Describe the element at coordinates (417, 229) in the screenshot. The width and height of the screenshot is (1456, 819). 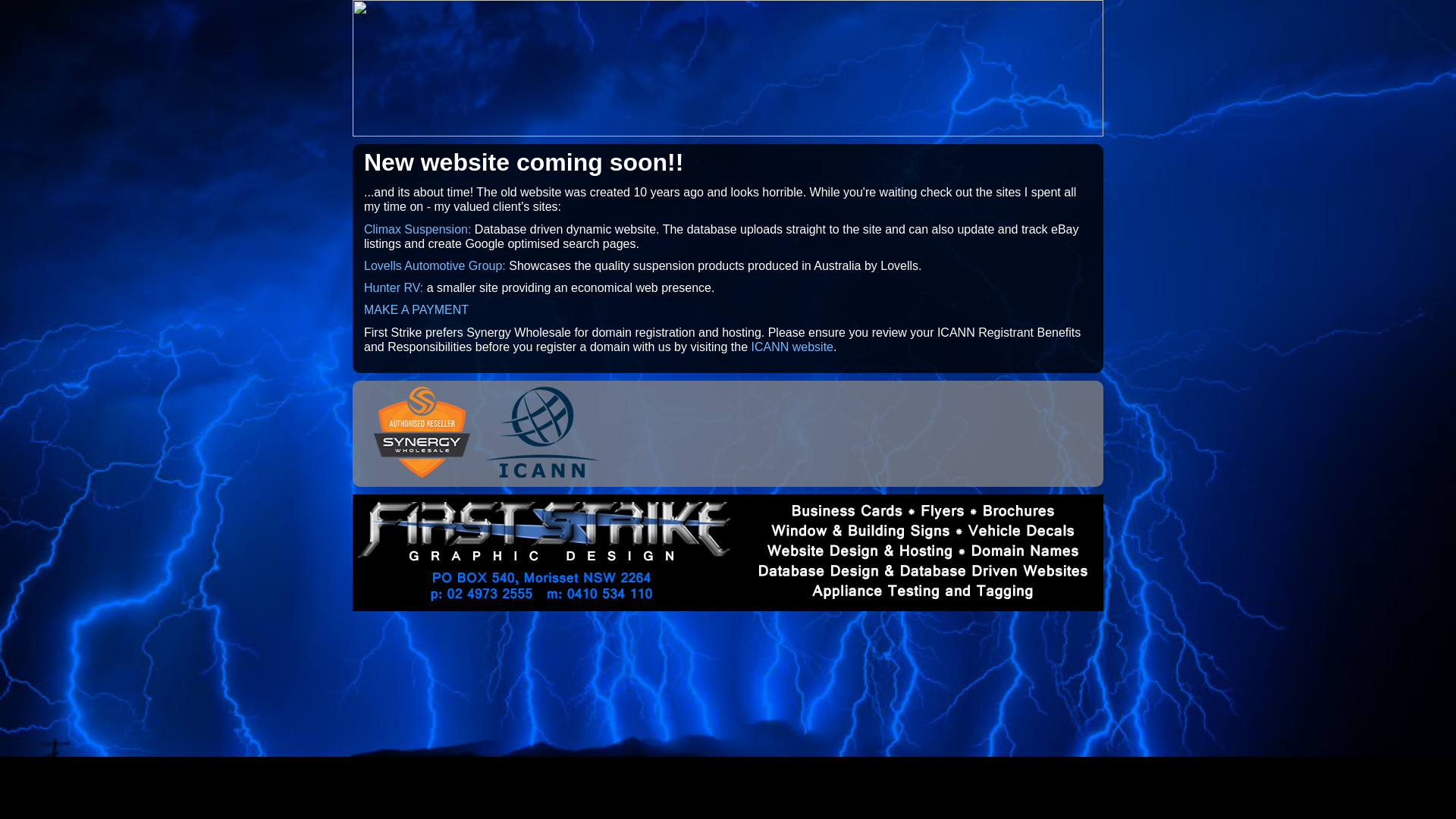
I see `'Climax Suspension:'` at that location.